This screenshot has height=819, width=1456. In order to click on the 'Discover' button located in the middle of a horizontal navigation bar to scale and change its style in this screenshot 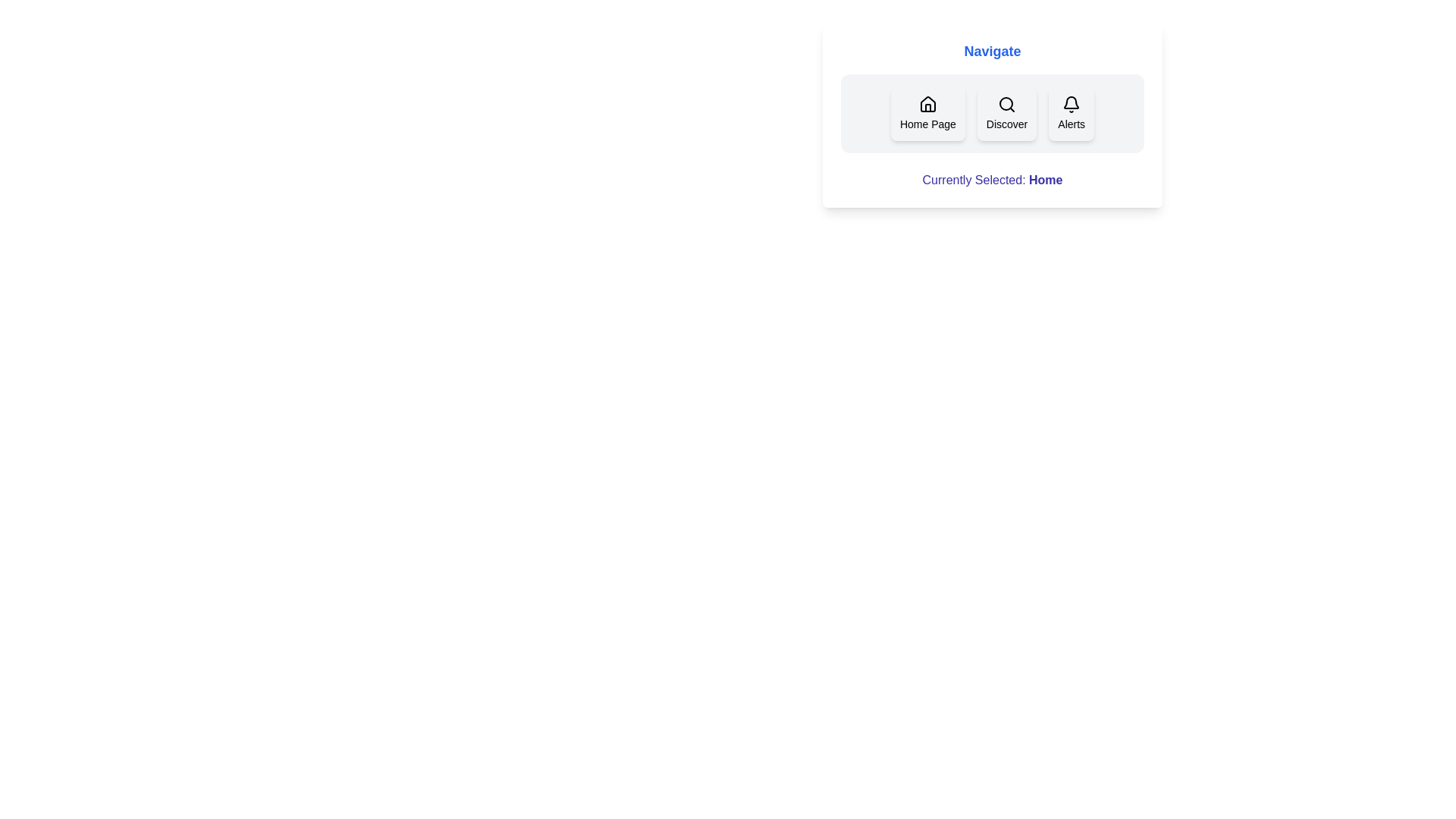, I will do `click(1007, 113)`.